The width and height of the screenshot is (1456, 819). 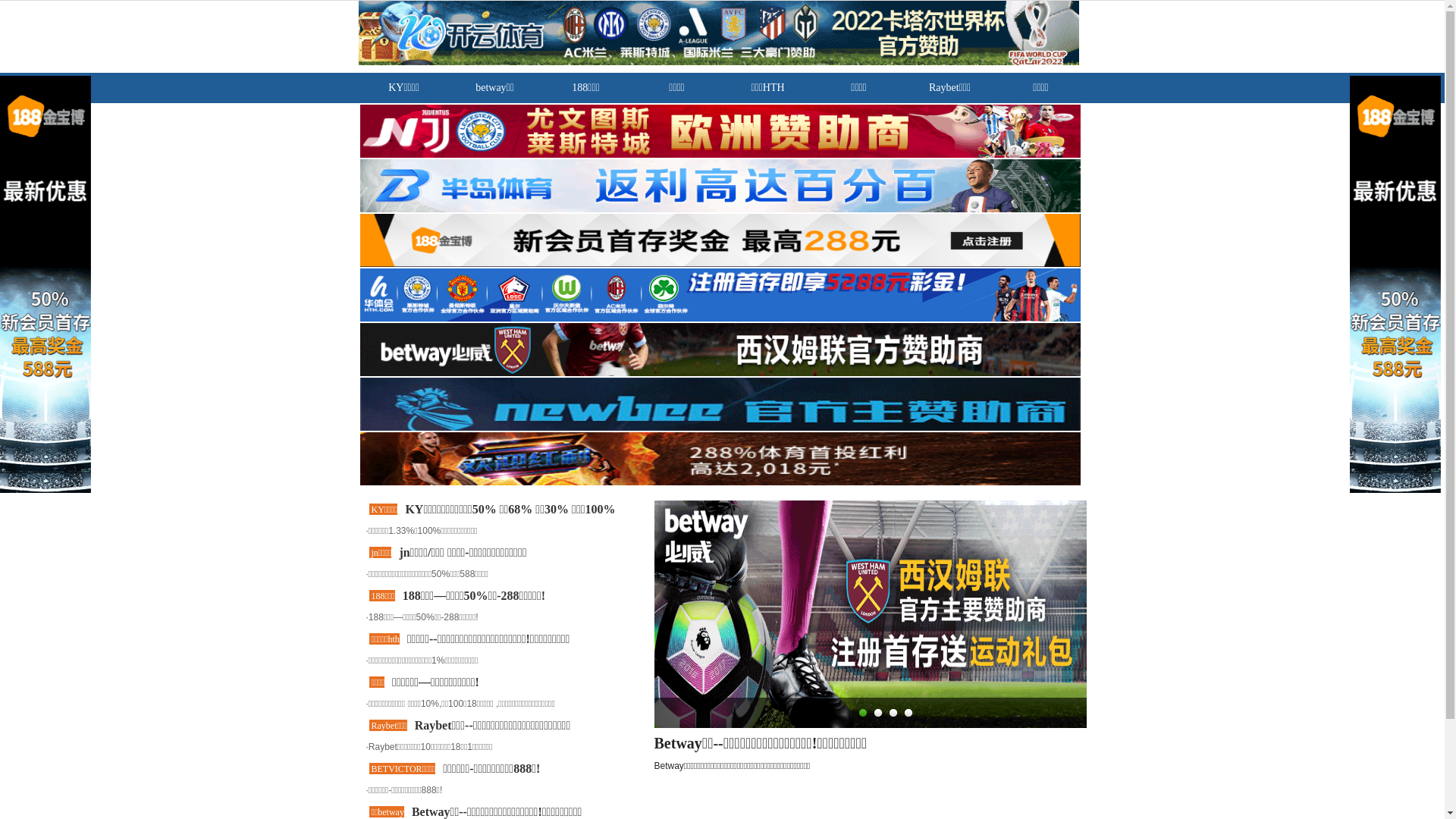 What do you see at coordinates (0, 0) in the screenshot?
I see `'Skip to content'` at bounding box center [0, 0].